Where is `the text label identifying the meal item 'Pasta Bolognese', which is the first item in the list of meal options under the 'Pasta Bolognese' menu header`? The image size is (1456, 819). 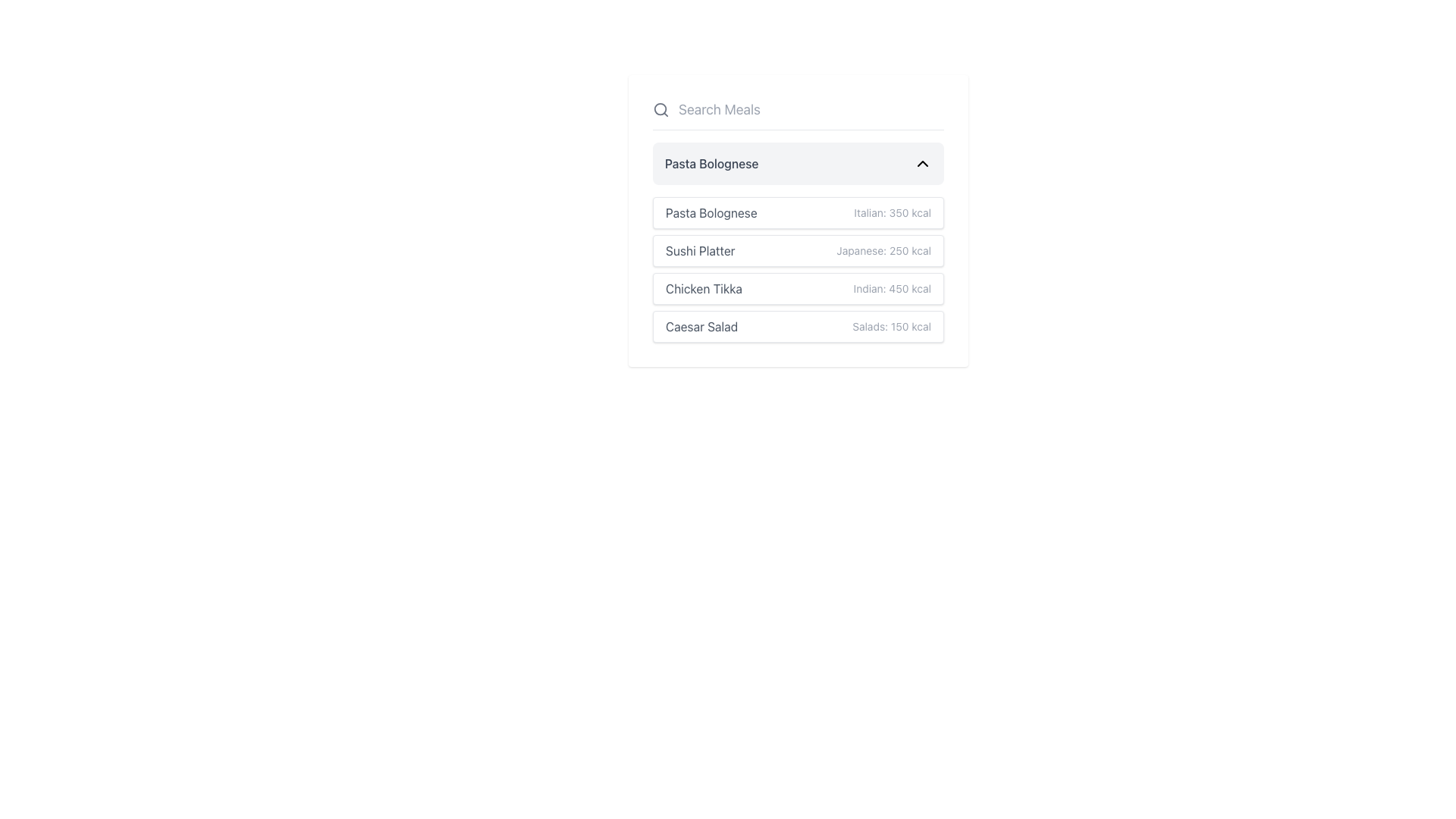 the text label identifying the meal item 'Pasta Bolognese', which is the first item in the list of meal options under the 'Pasta Bolognese' menu header is located at coordinates (711, 213).